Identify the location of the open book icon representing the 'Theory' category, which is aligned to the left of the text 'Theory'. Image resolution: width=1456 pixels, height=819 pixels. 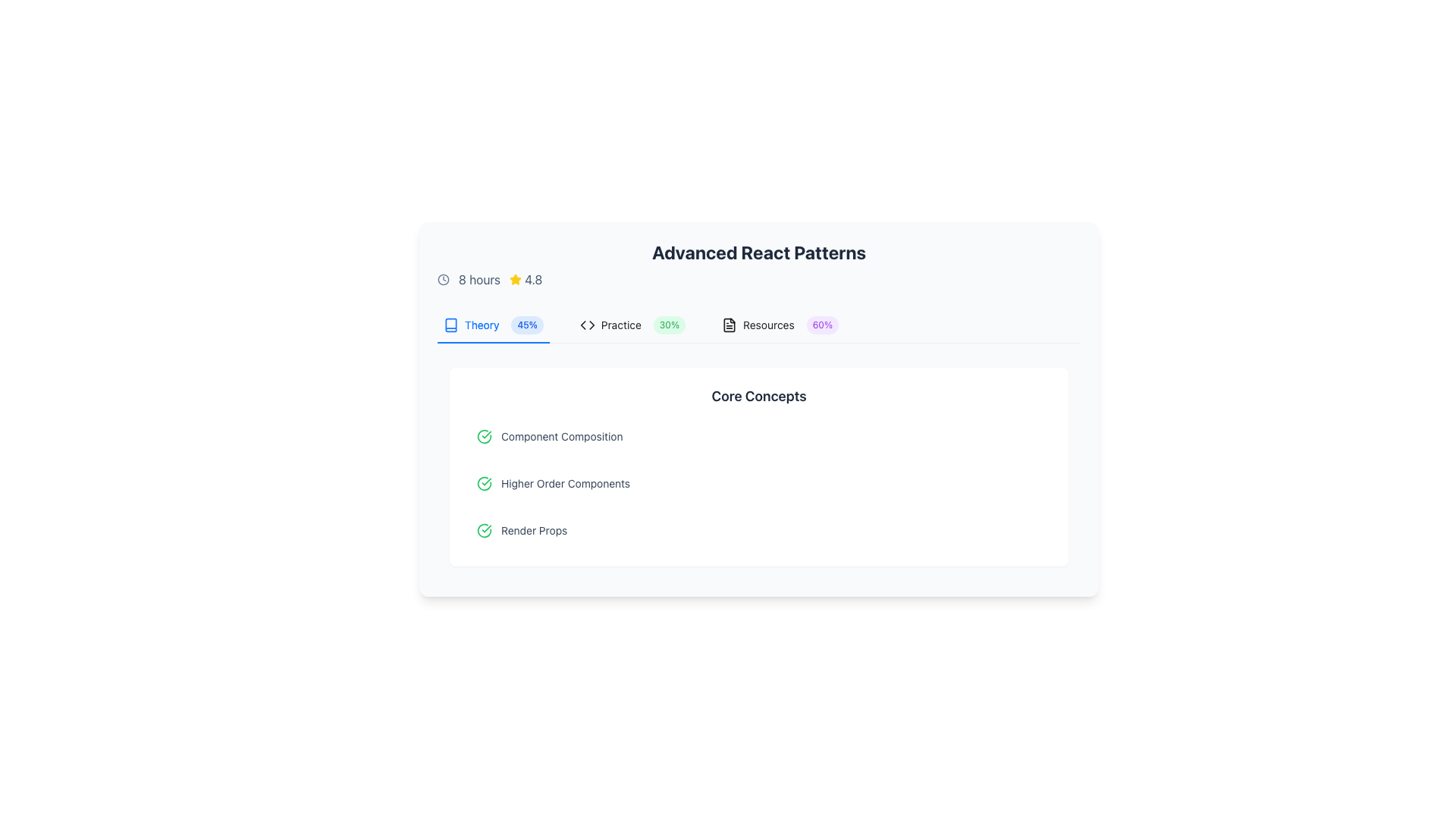
(450, 324).